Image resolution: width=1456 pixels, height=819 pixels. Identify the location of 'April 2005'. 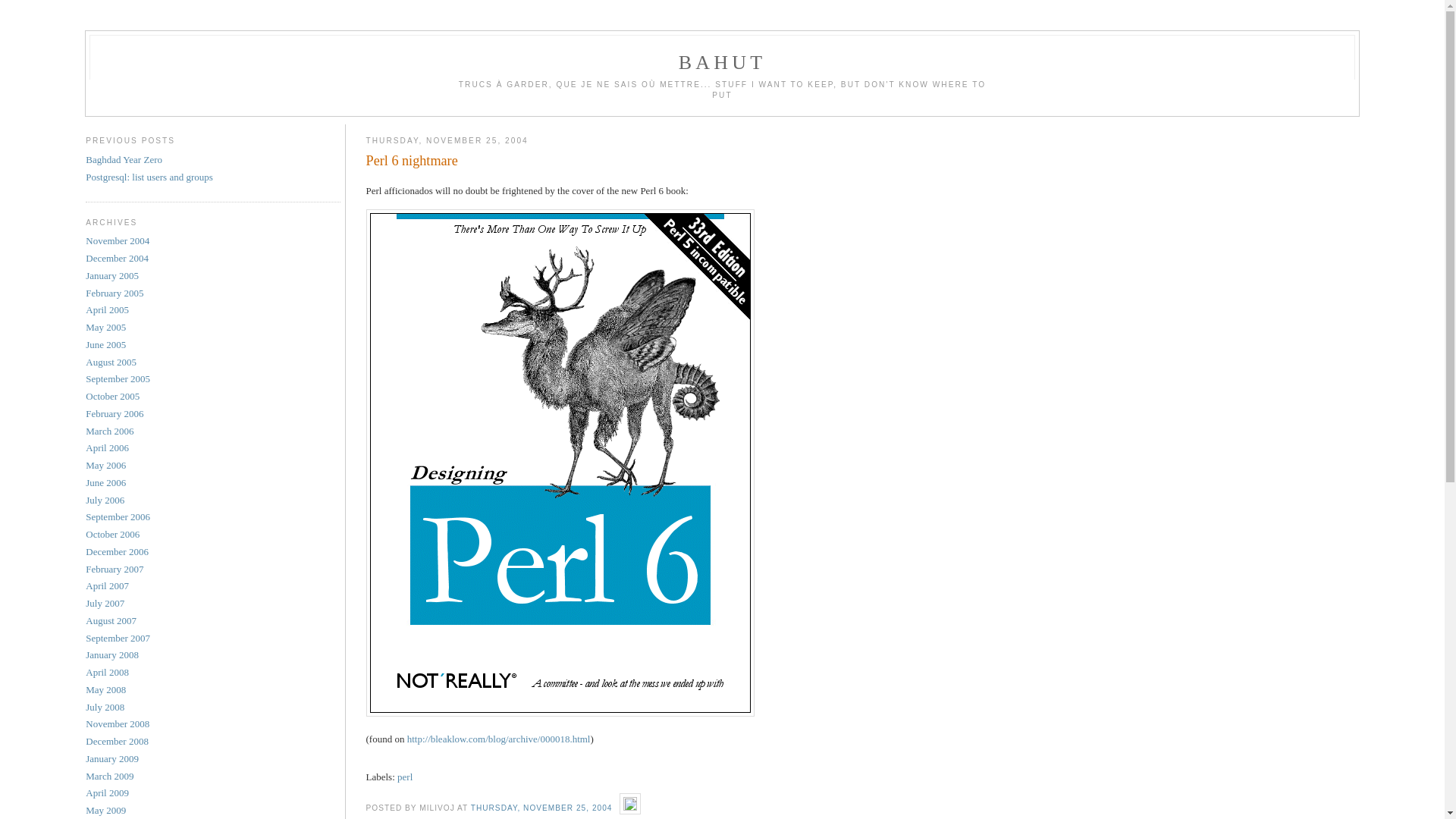
(106, 309).